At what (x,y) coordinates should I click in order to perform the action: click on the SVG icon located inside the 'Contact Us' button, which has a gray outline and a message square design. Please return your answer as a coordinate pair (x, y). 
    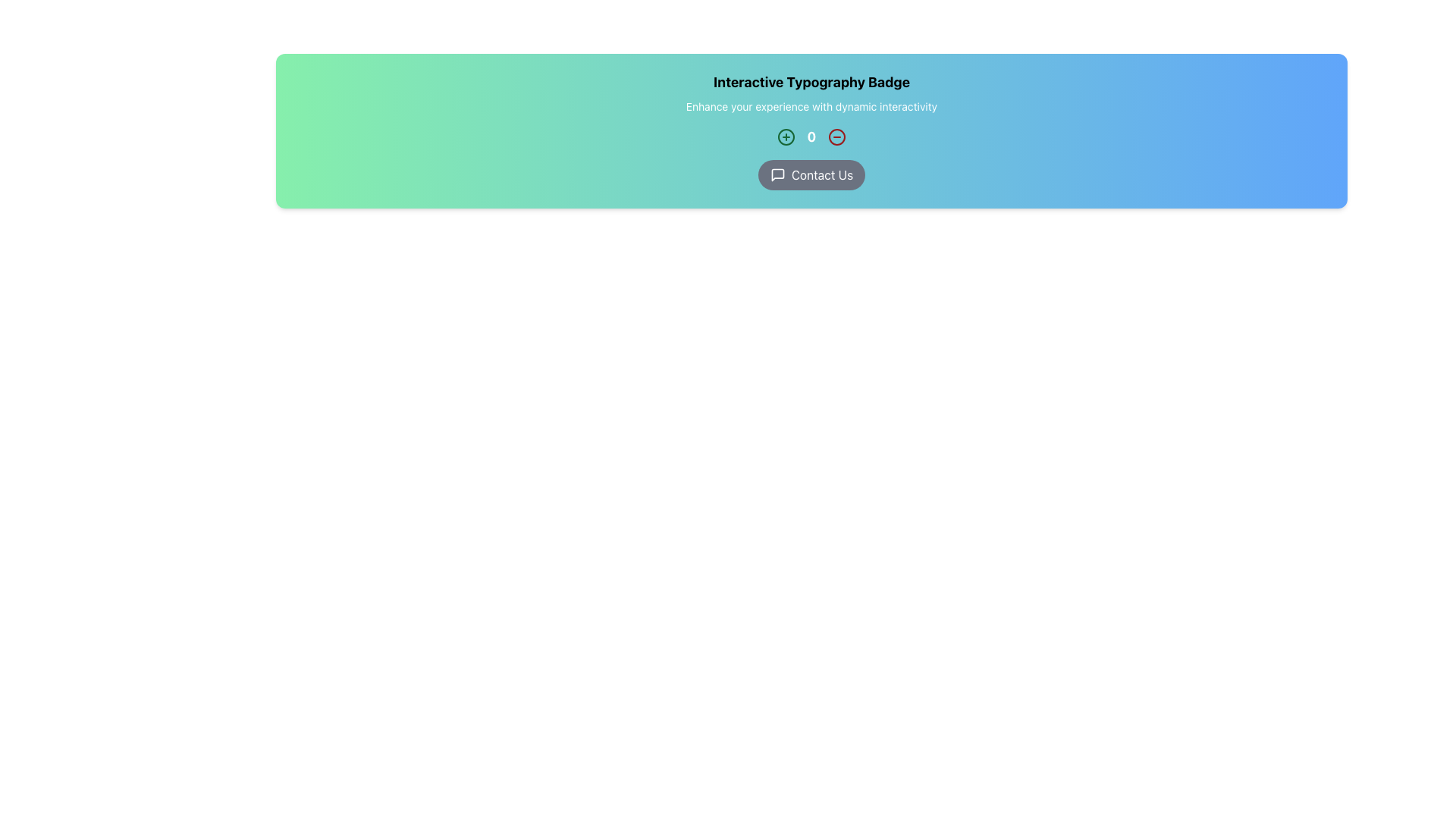
    Looking at the image, I should click on (777, 174).